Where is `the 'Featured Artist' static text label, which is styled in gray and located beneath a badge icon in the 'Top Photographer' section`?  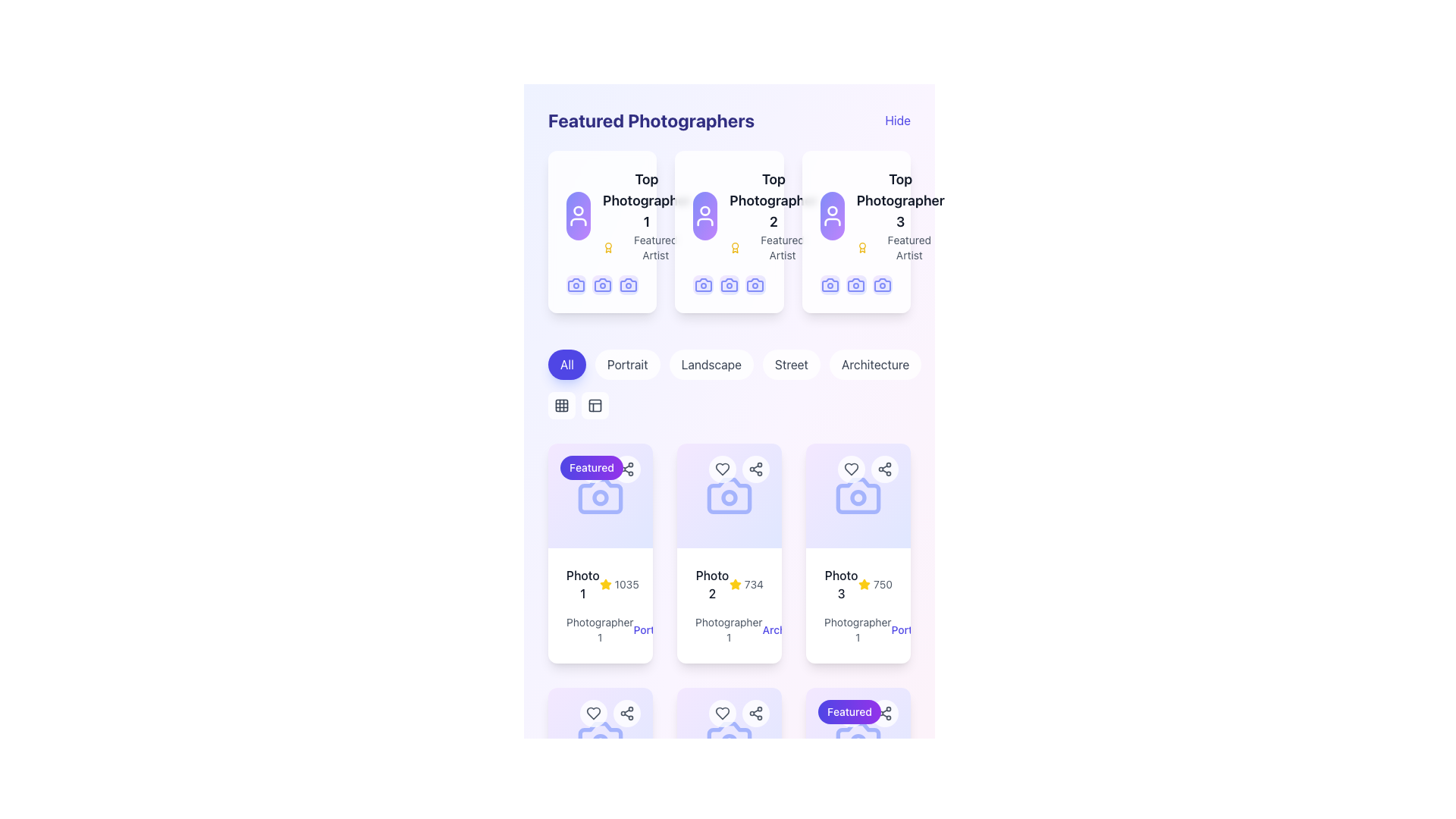
the 'Featured Artist' static text label, which is styled in gray and located beneath a badge icon in the 'Top Photographer' section is located at coordinates (783, 247).